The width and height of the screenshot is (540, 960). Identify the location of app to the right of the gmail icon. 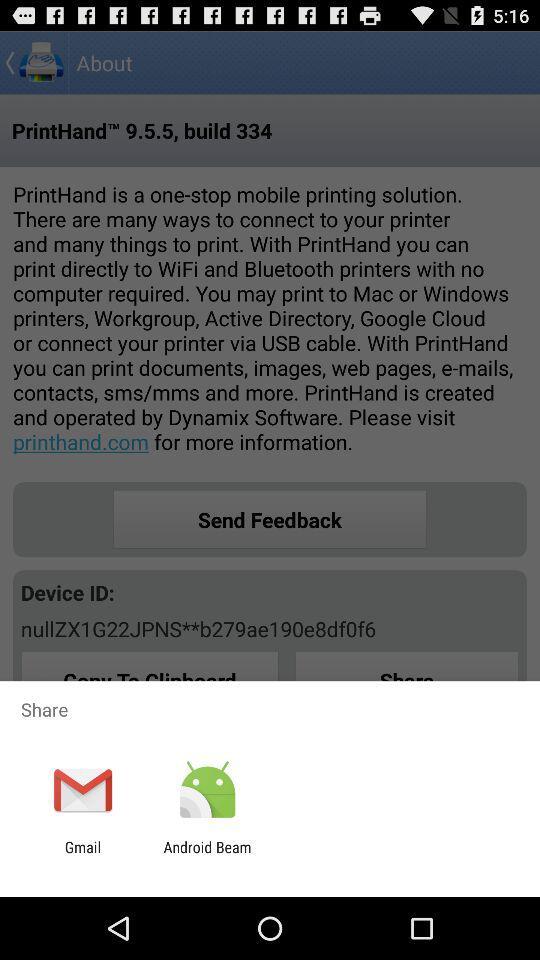
(206, 855).